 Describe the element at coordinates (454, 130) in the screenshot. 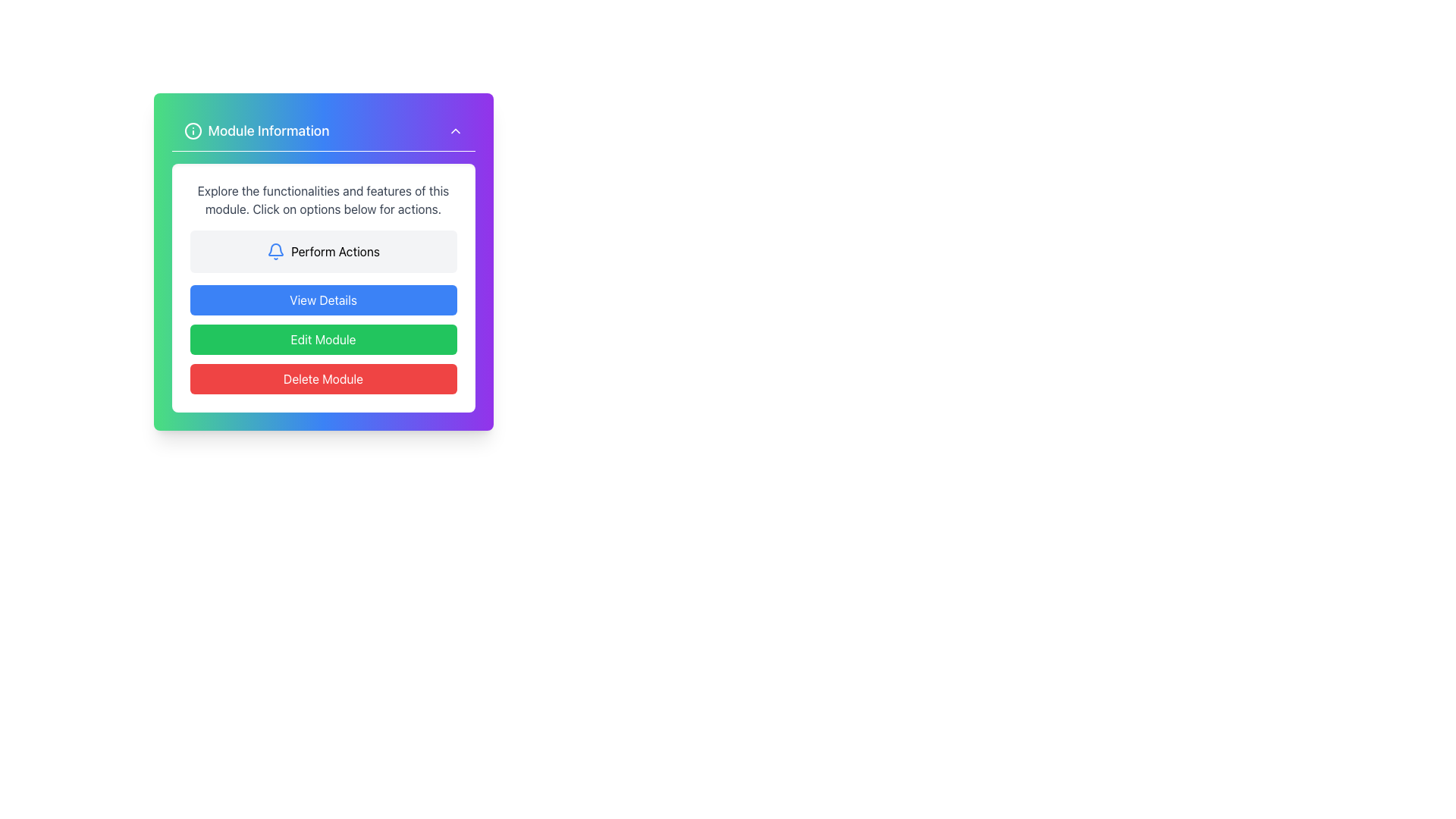

I see `the upward-pointing chevron icon located in the top-right corner of the 'Module Information' header` at that location.